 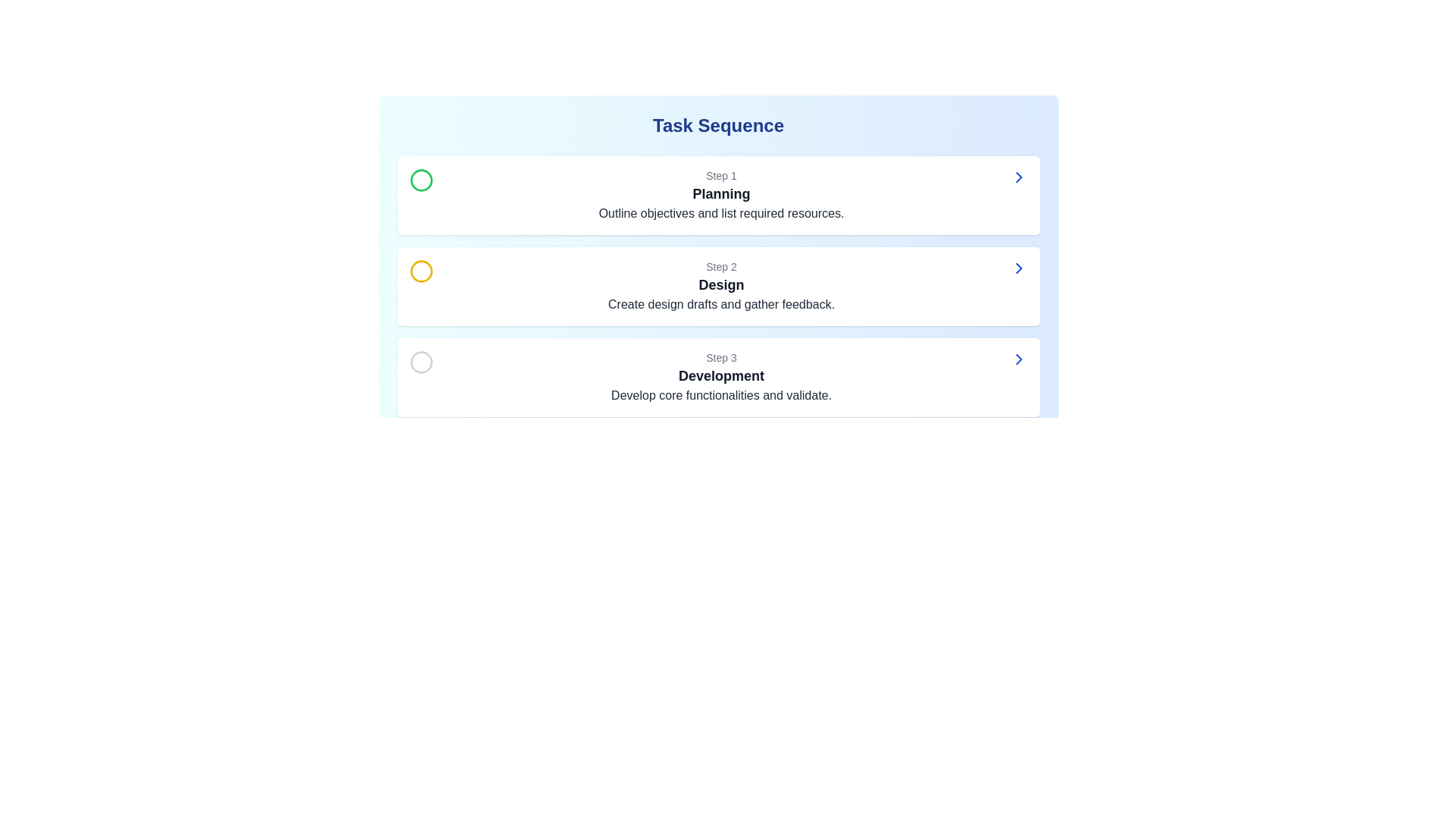 I want to click on the downward chevron arrow icon in blue located at the far right of the 'Step 2' card, so click(x=1018, y=268).